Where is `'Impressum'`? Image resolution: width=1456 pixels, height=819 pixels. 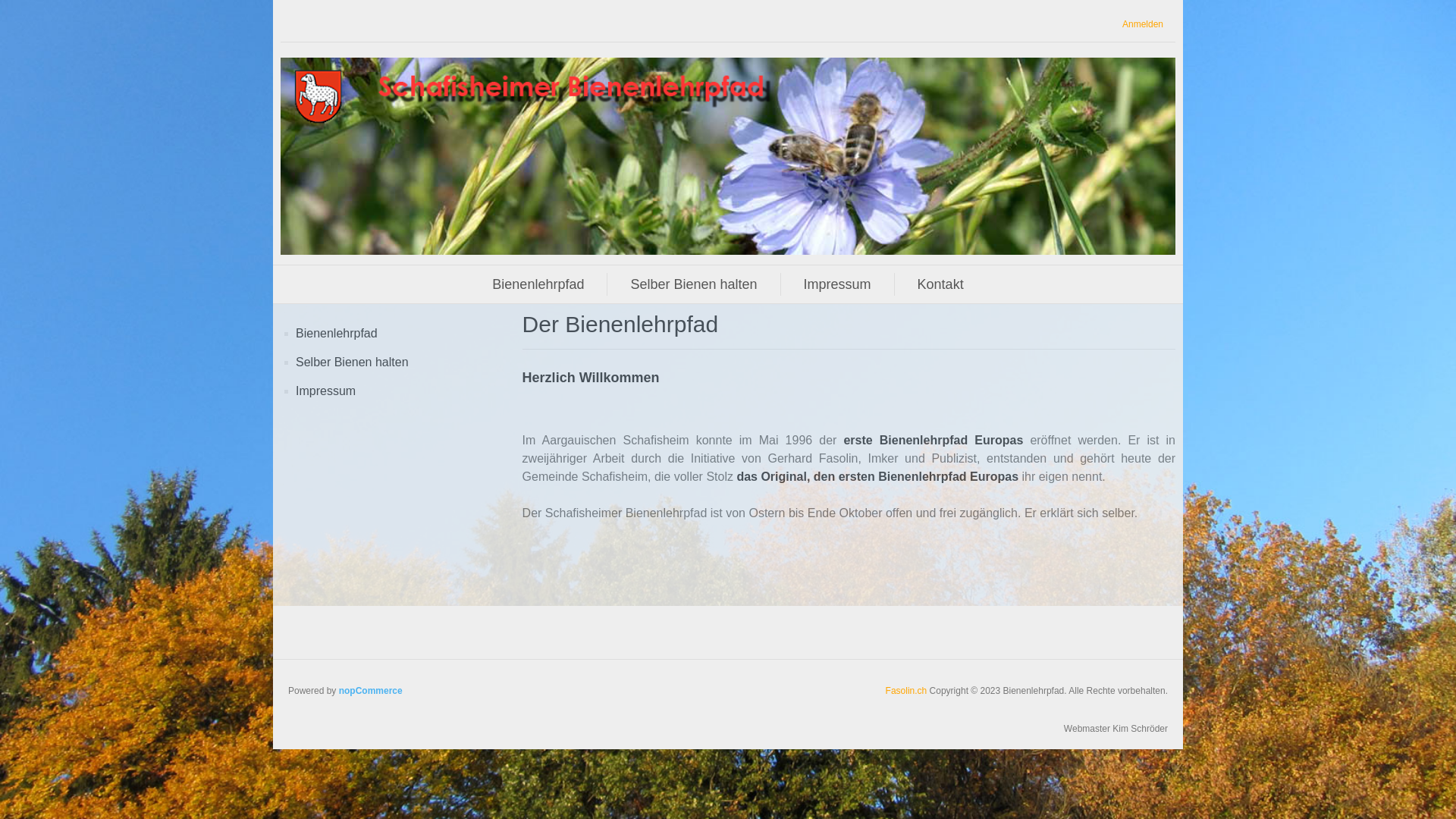 'Impressum' is located at coordinates (836, 284).